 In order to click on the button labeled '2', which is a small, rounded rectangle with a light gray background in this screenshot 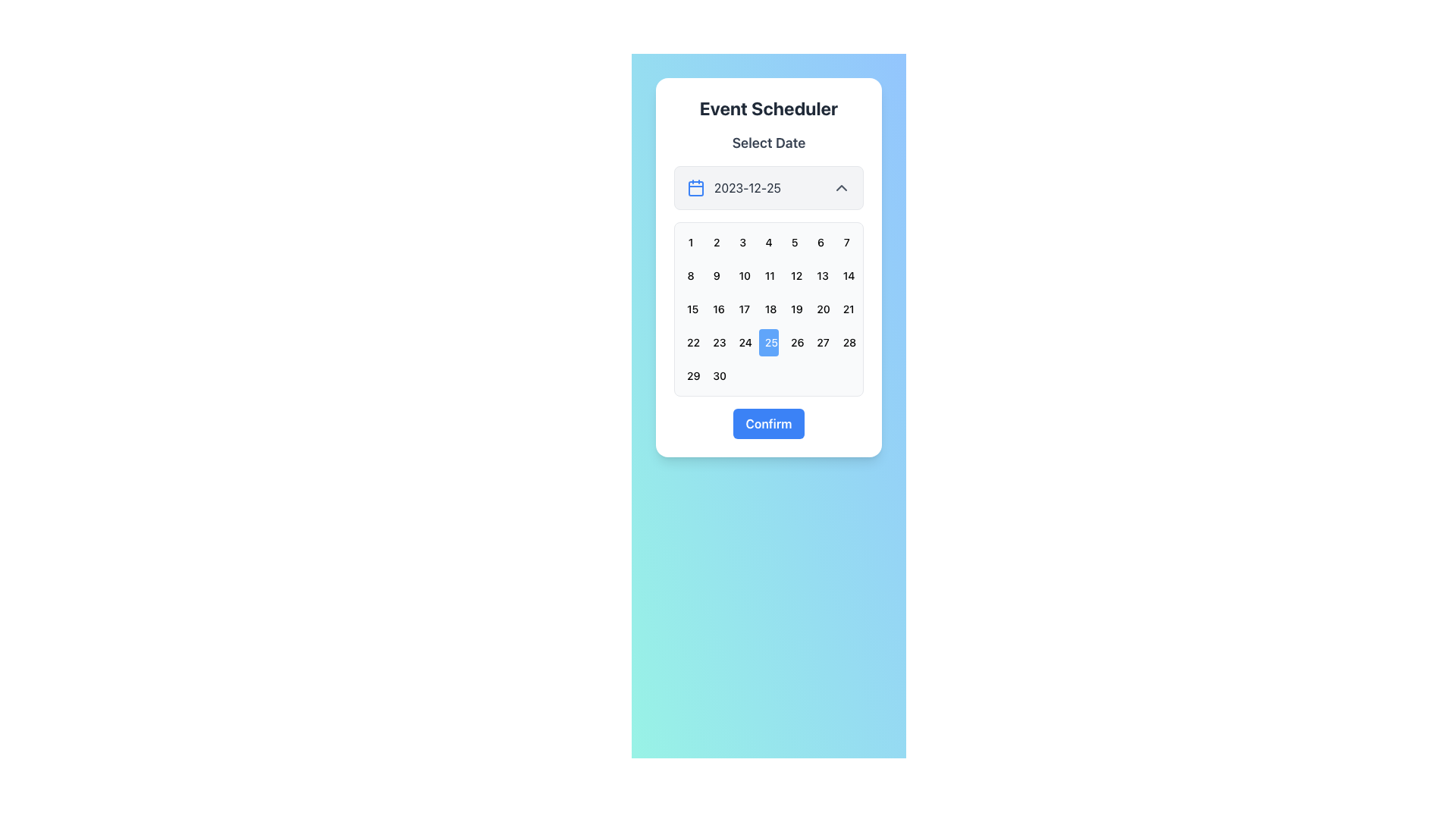, I will do `click(716, 242)`.